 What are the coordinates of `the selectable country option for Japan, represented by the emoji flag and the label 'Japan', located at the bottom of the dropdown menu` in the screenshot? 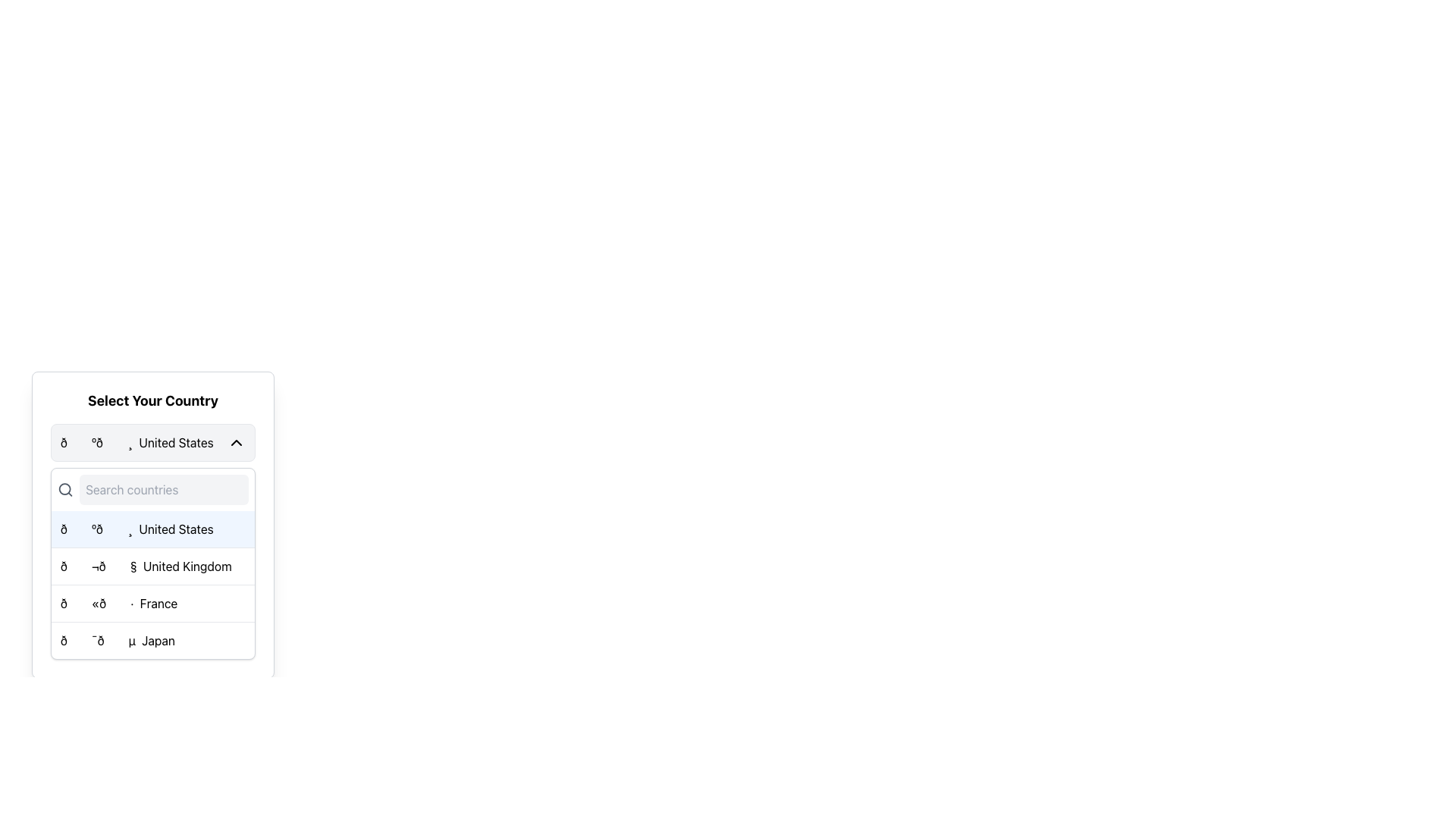 It's located at (152, 640).